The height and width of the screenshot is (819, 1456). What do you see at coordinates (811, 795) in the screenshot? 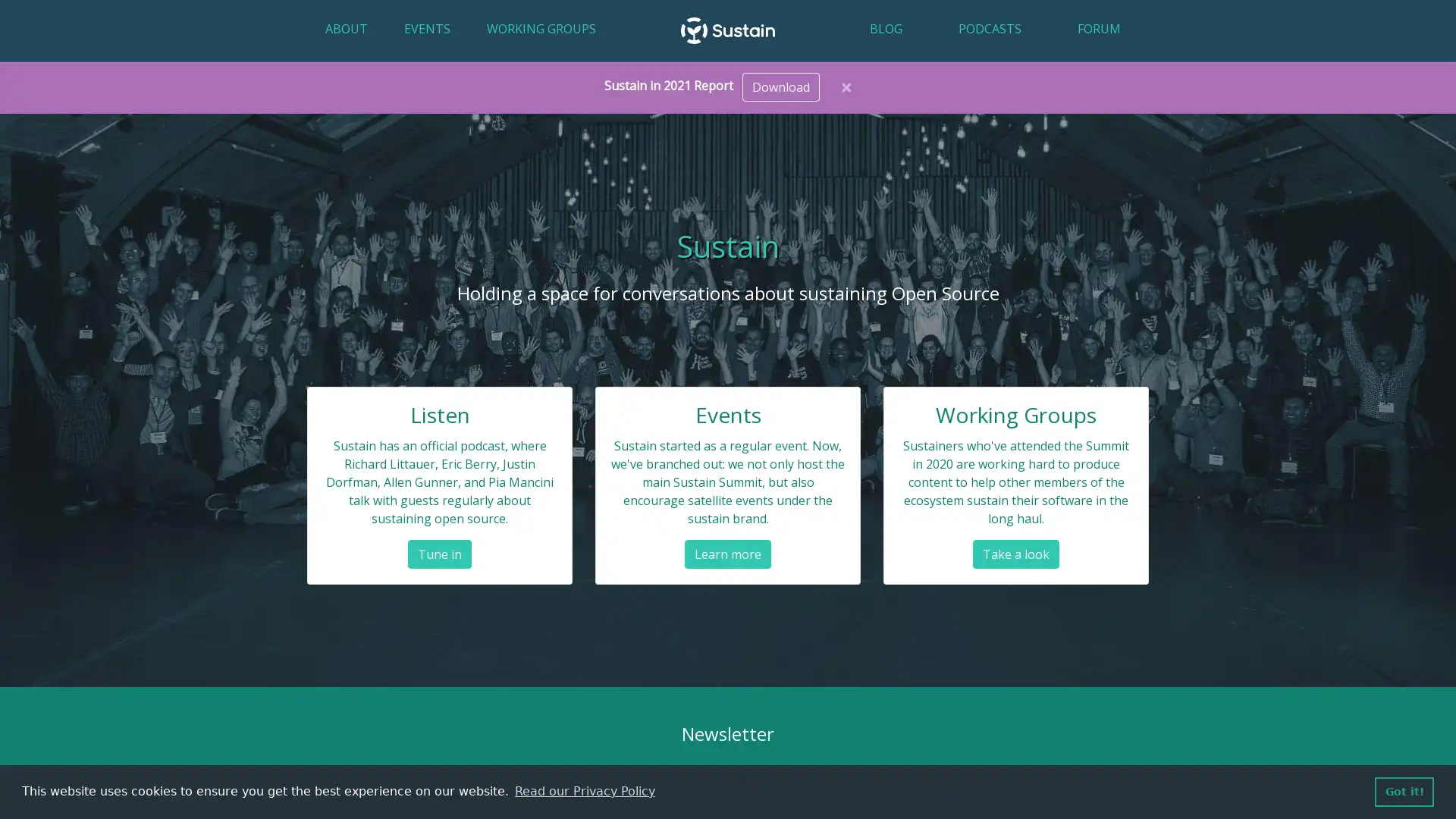
I see `Subscribe` at bounding box center [811, 795].